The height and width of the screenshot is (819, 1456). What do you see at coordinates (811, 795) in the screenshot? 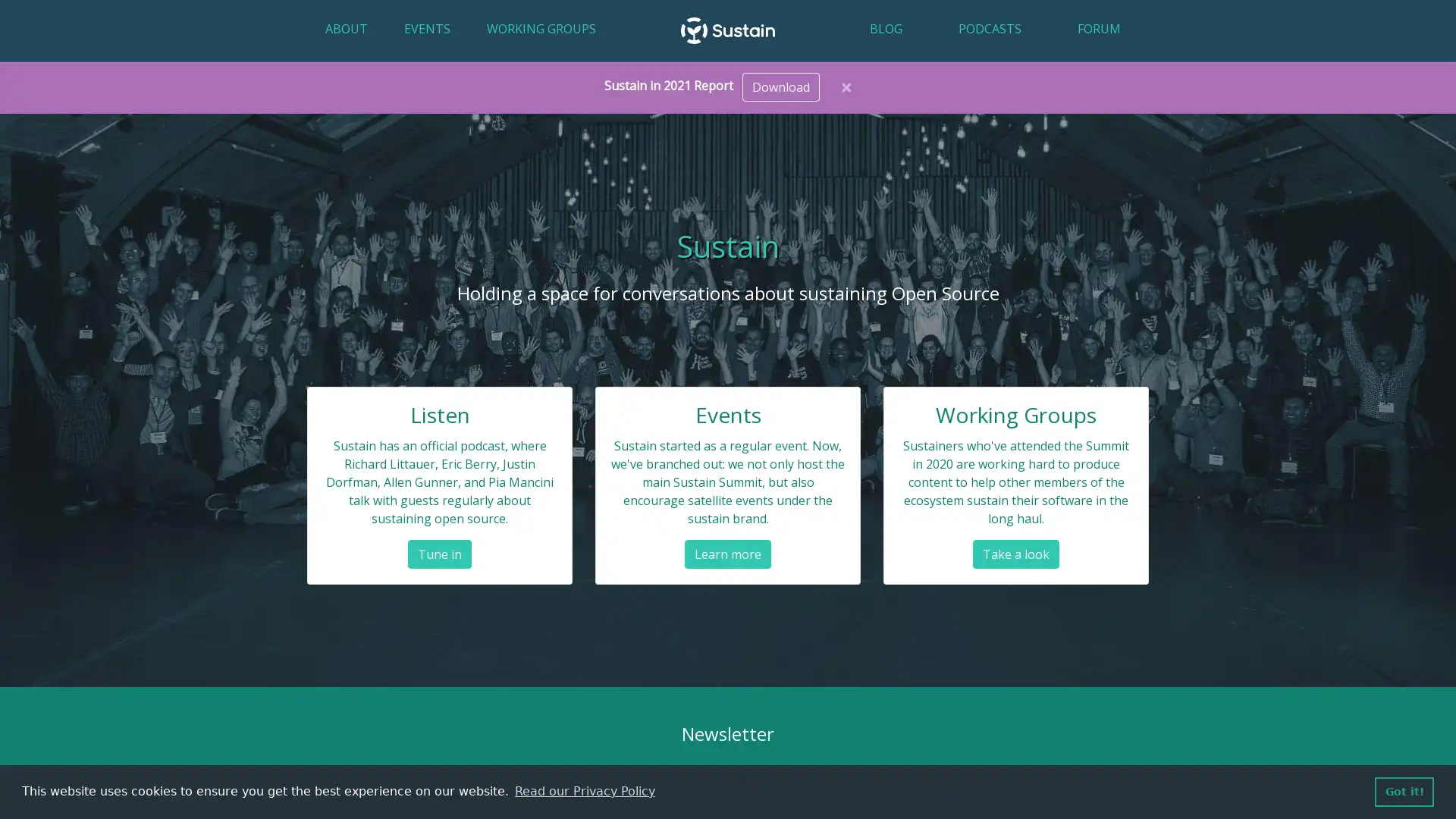
I see `Subscribe` at bounding box center [811, 795].